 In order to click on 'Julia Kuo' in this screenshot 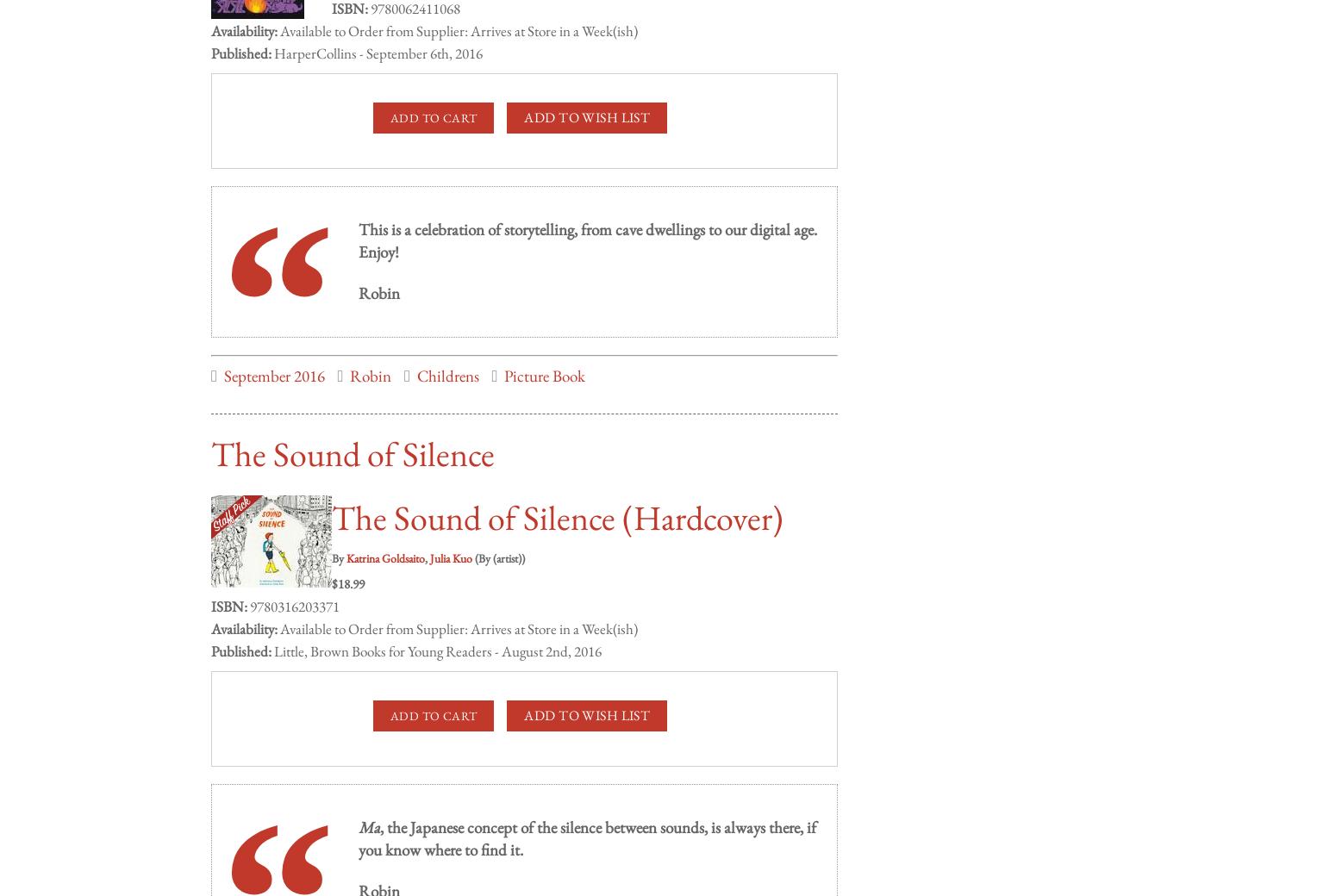, I will do `click(450, 539)`.